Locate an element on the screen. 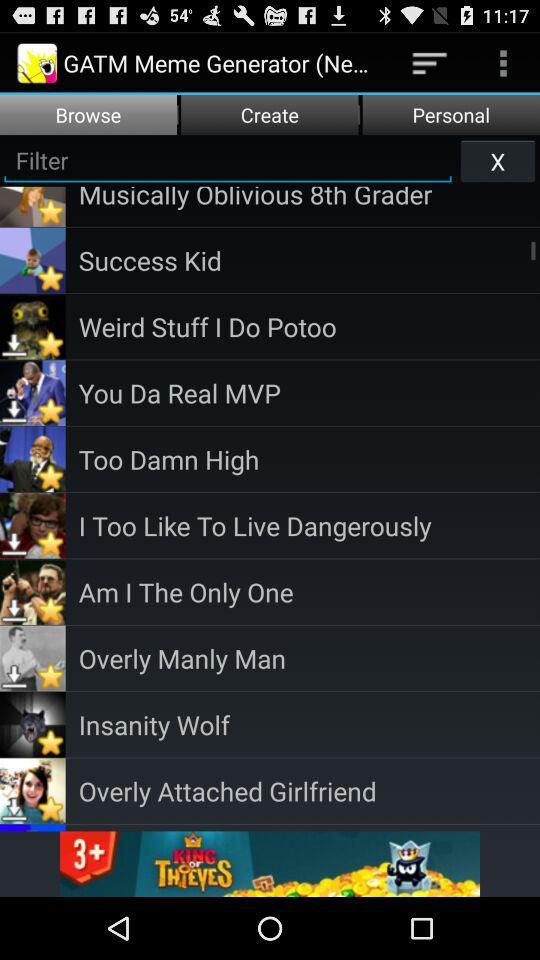 Image resolution: width=540 pixels, height=960 pixels. app above personal icon is located at coordinates (502, 62).